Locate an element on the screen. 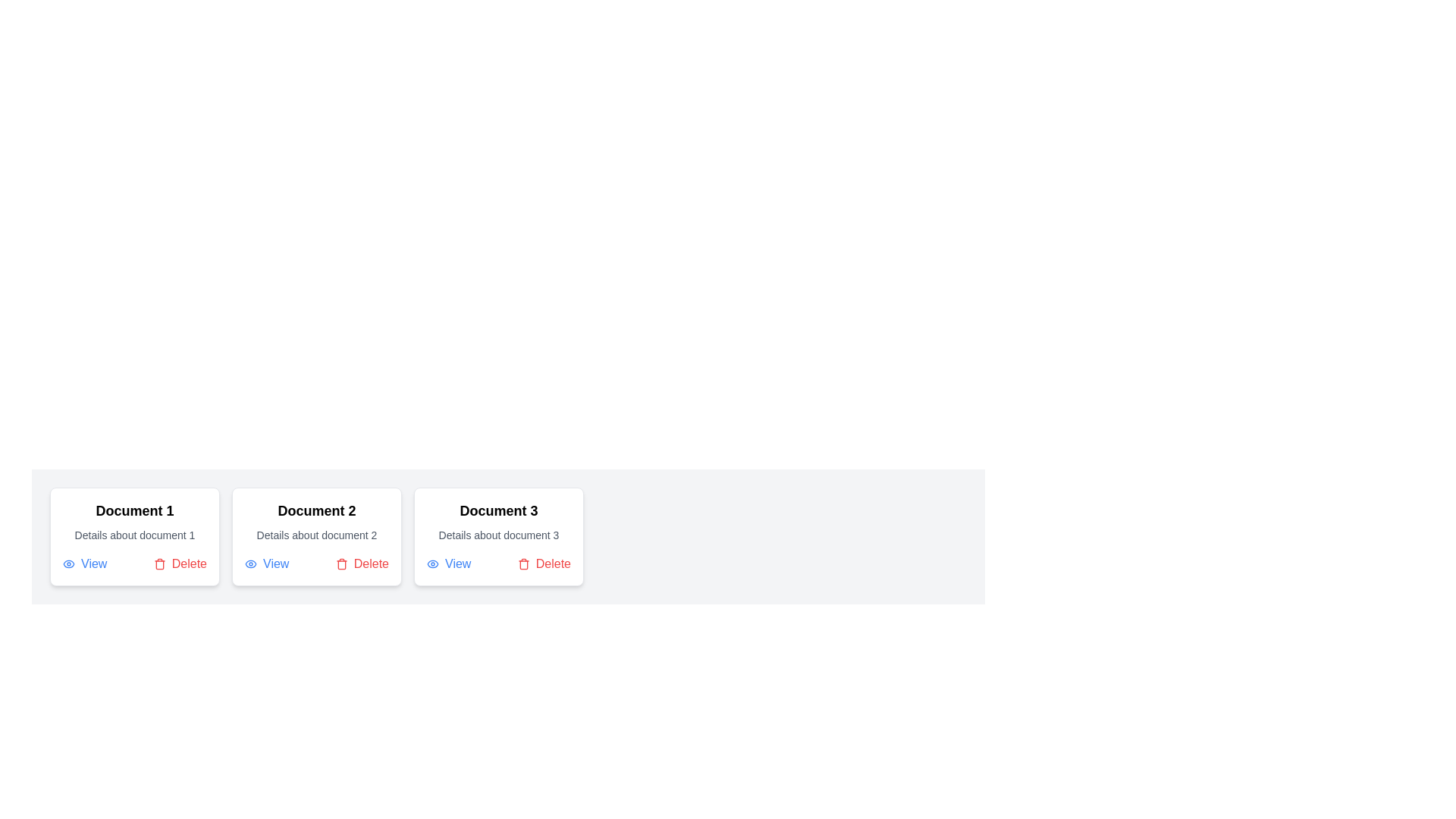  the text element that reads 'Details about document 2', which is styled in a smaller, gray-text font and located below 'Document 2' is located at coordinates (315, 534).